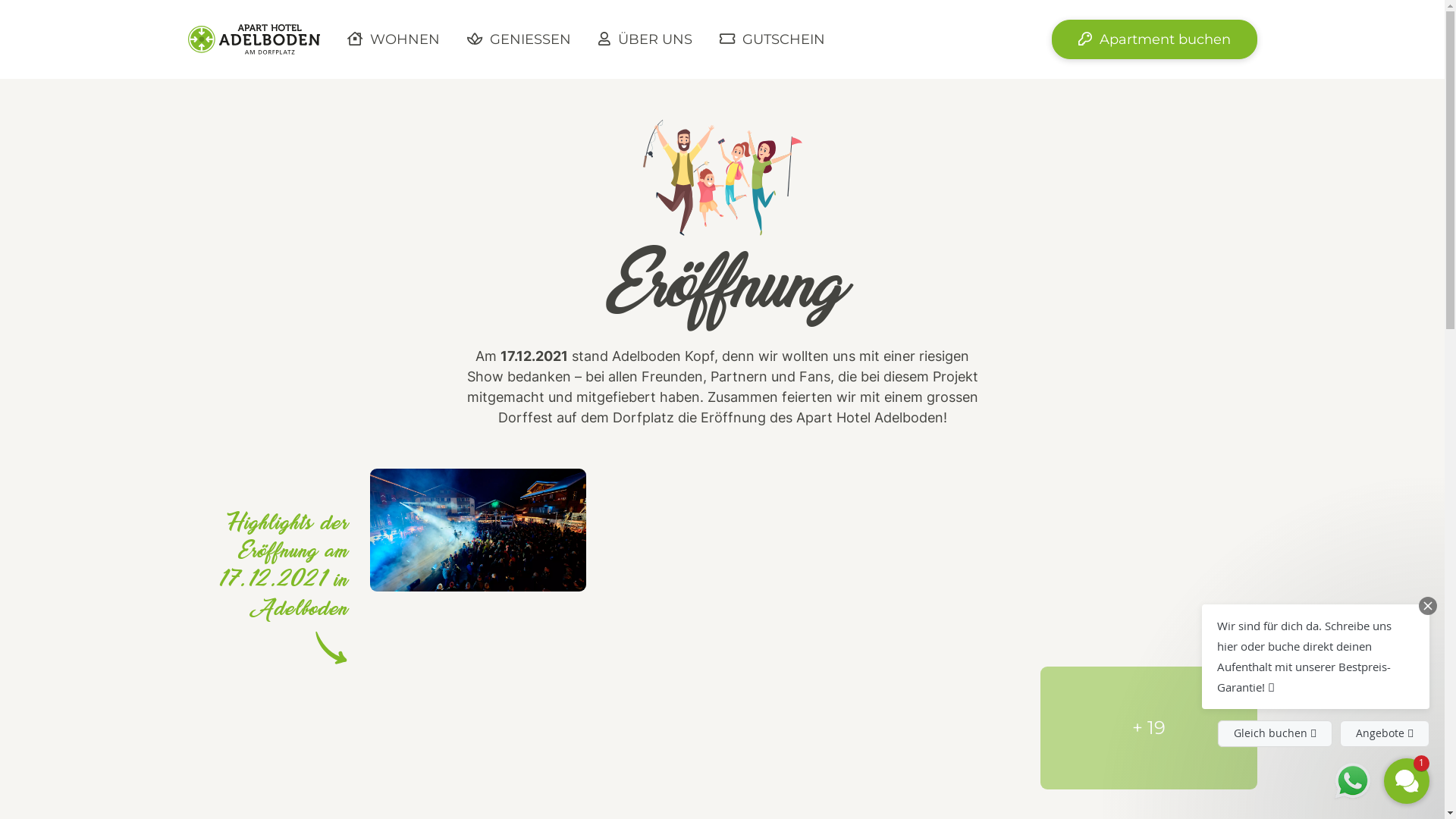  I want to click on ' GUTSCHEIN', so click(772, 39).